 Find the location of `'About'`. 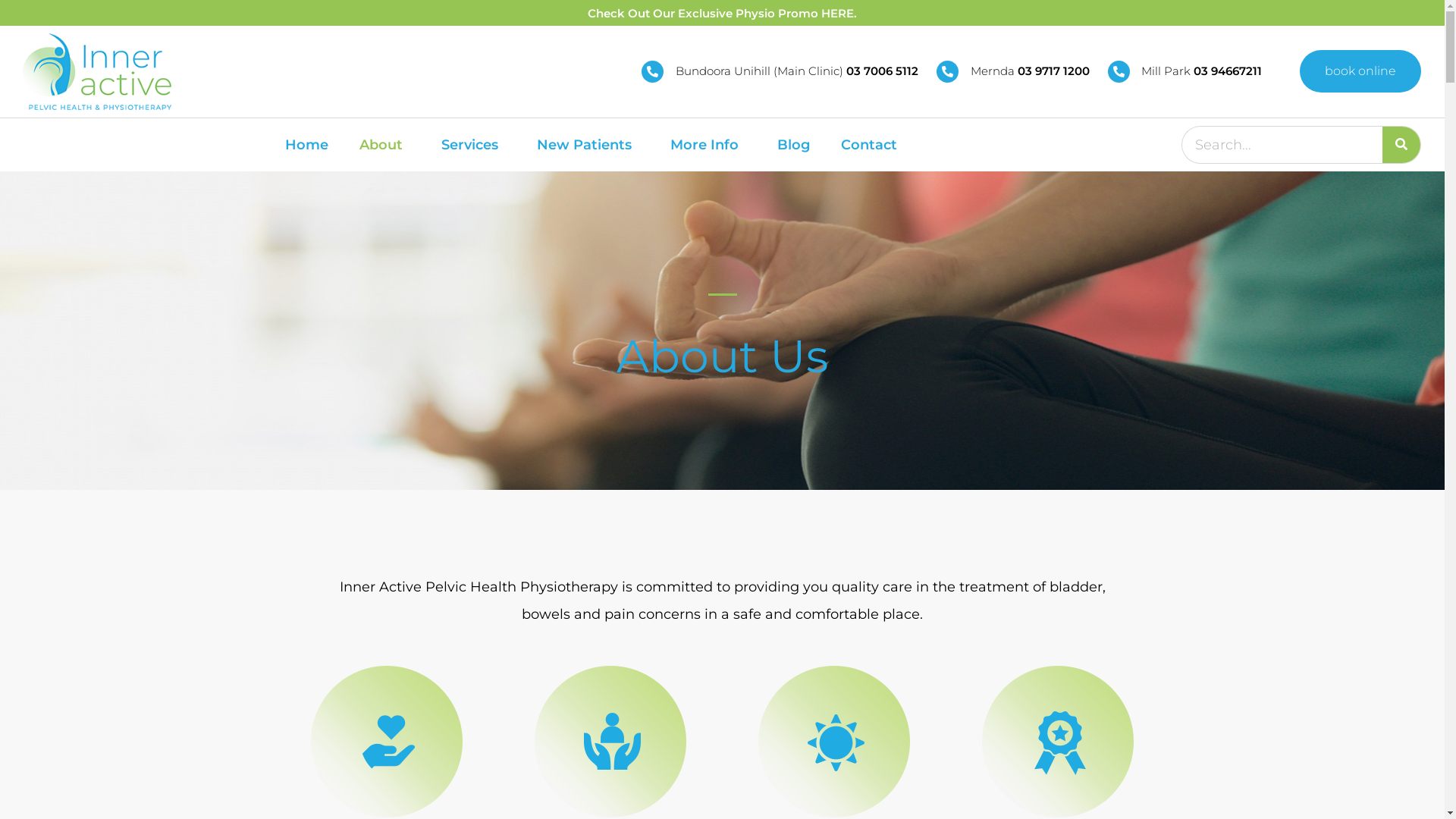

'About' is located at coordinates (384, 145).